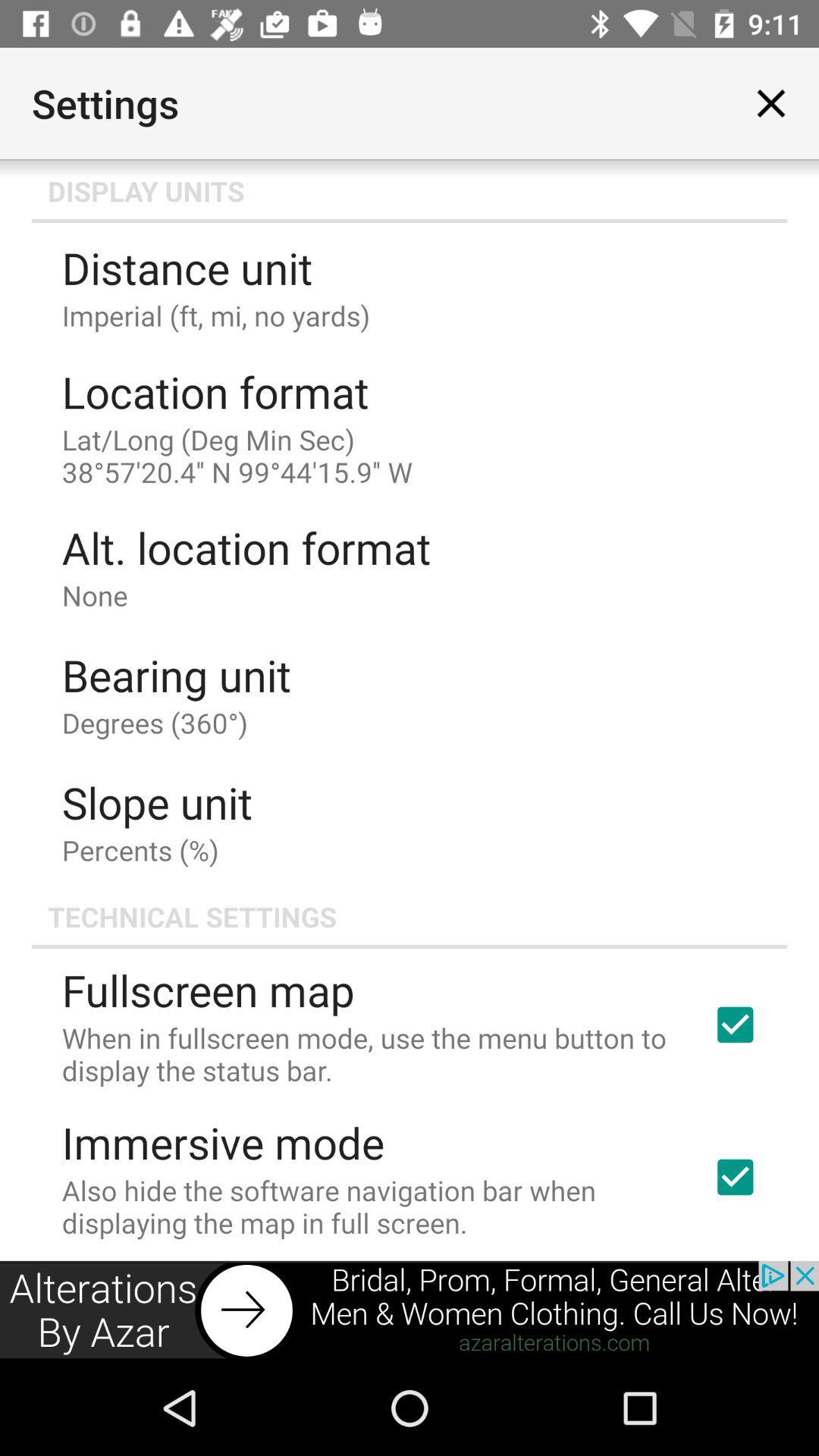 This screenshot has height=1456, width=819. What do you see at coordinates (409, 1310) in the screenshot?
I see `advertisement page` at bounding box center [409, 1310].